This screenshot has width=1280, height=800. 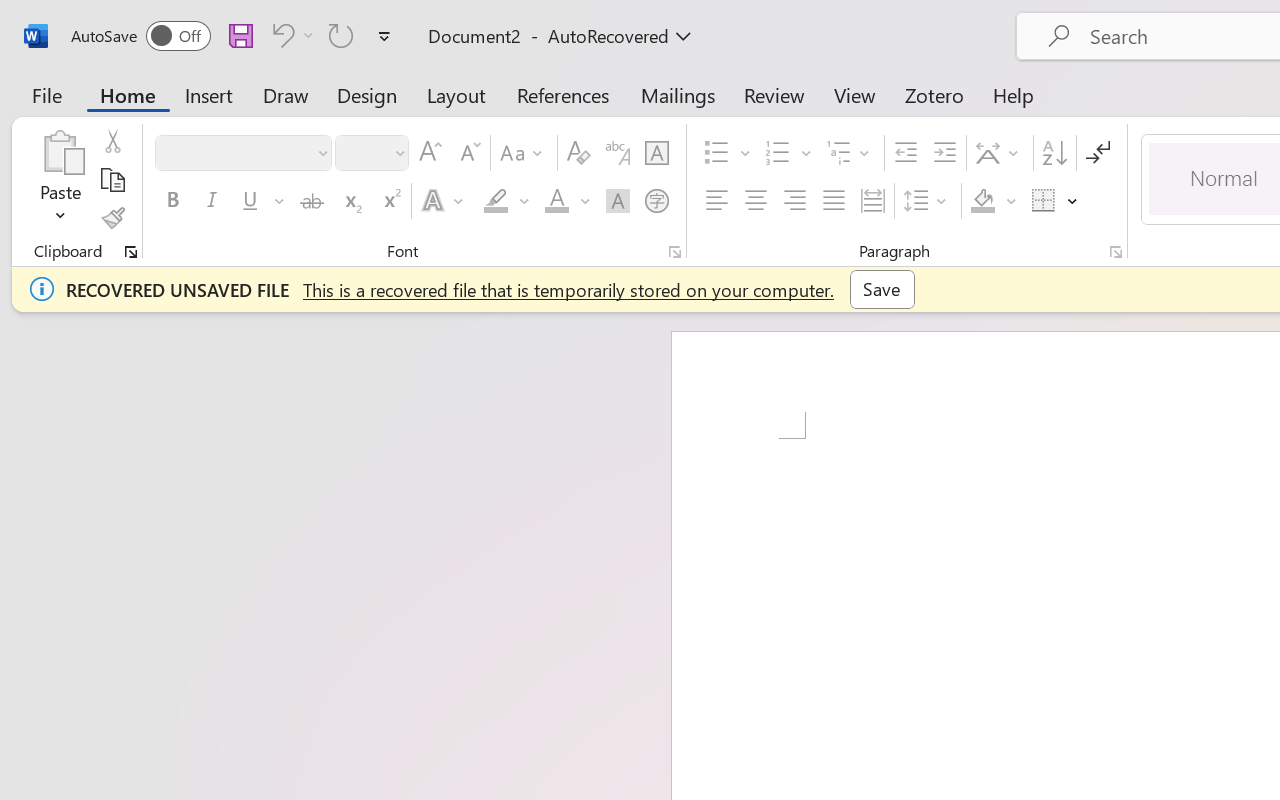 I want to click on 'Superscript', so click(x=390, y=201).